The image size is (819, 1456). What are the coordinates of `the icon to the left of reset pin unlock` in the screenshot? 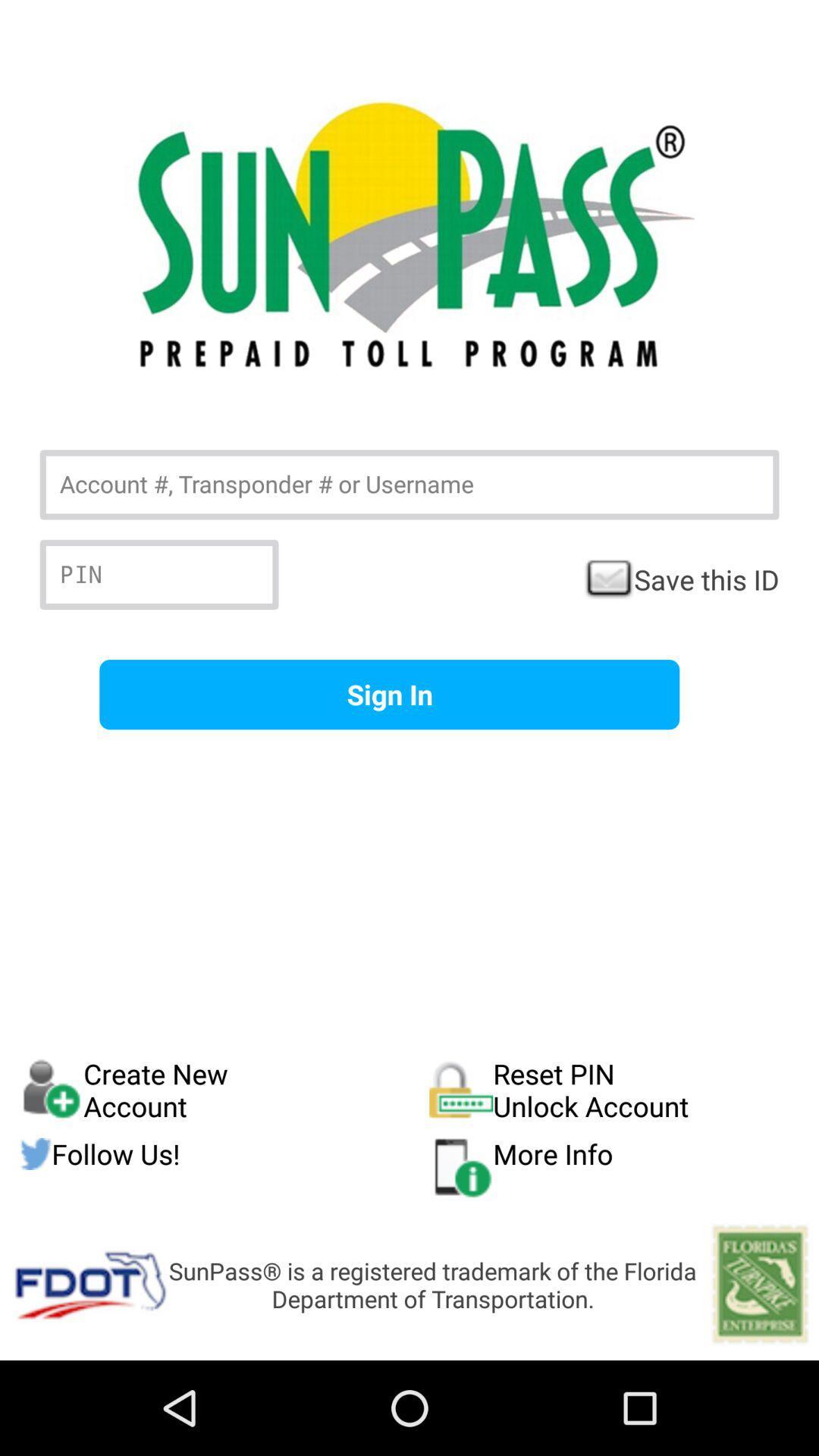 It's located at (224, 1153).